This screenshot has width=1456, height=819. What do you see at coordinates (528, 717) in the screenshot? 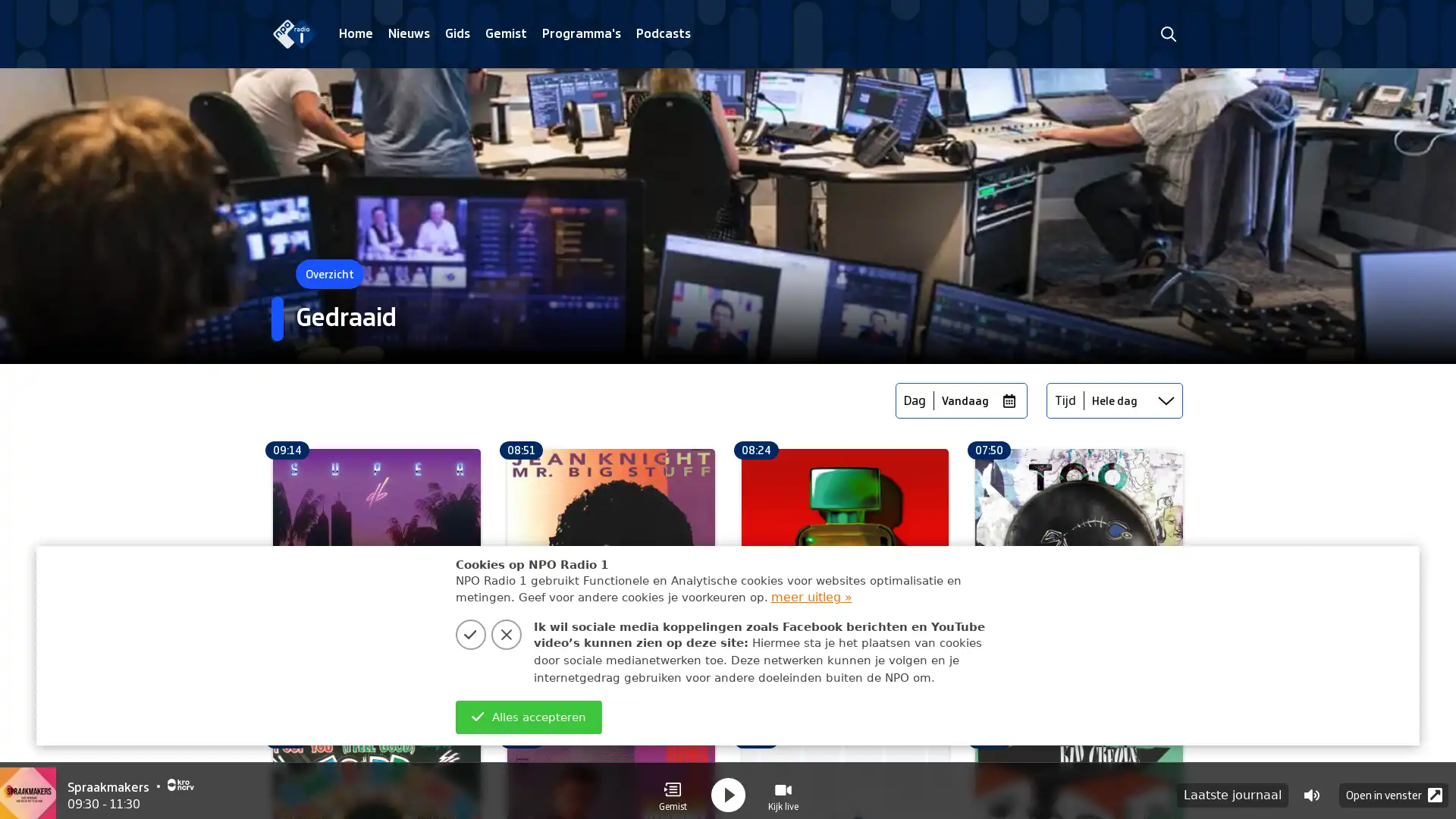
I see `Alles accepteren` at bounding box center [528, 717].